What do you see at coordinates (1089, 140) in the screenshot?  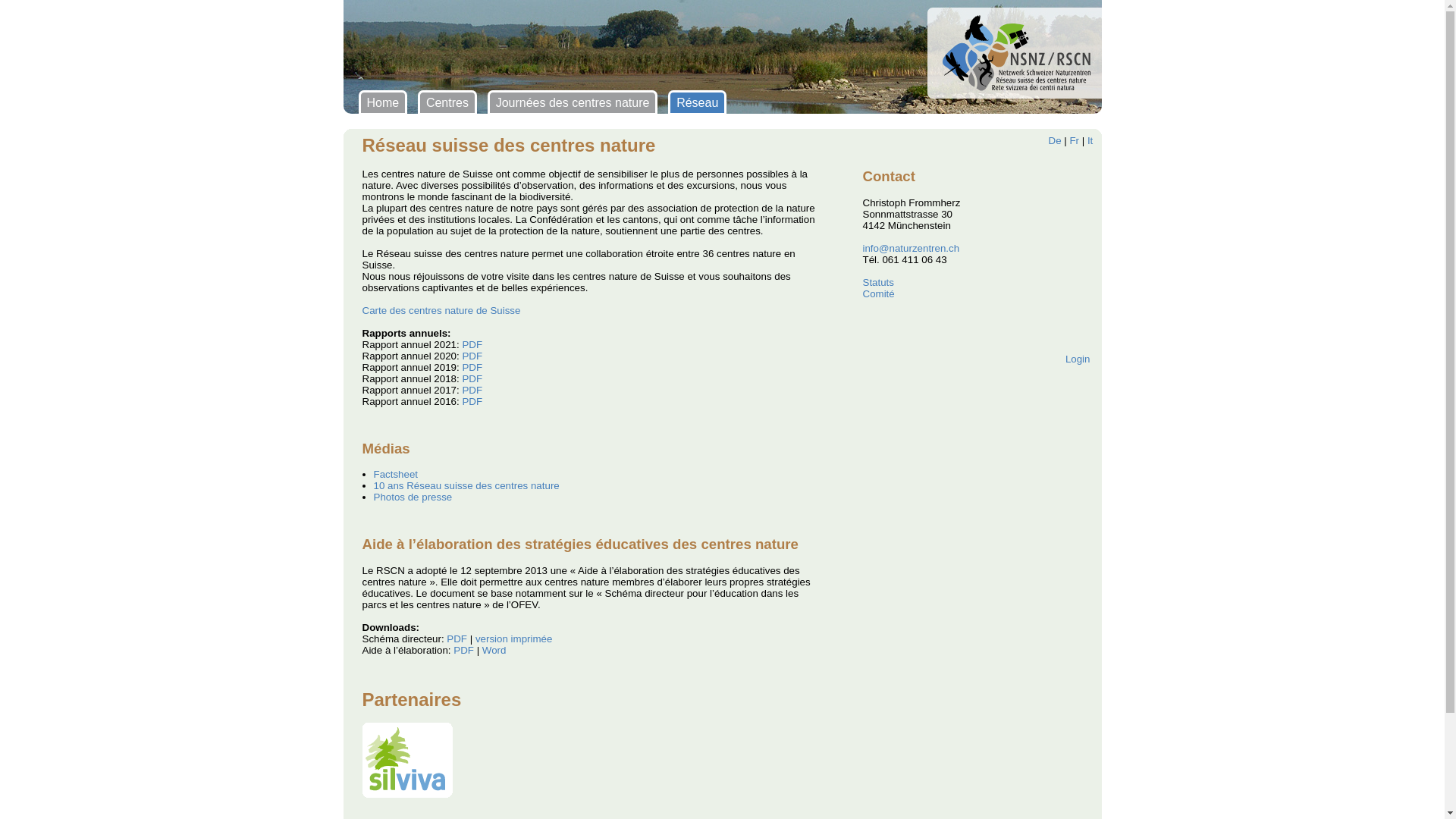 I see `'It'` at bounding box center [1089, 140].